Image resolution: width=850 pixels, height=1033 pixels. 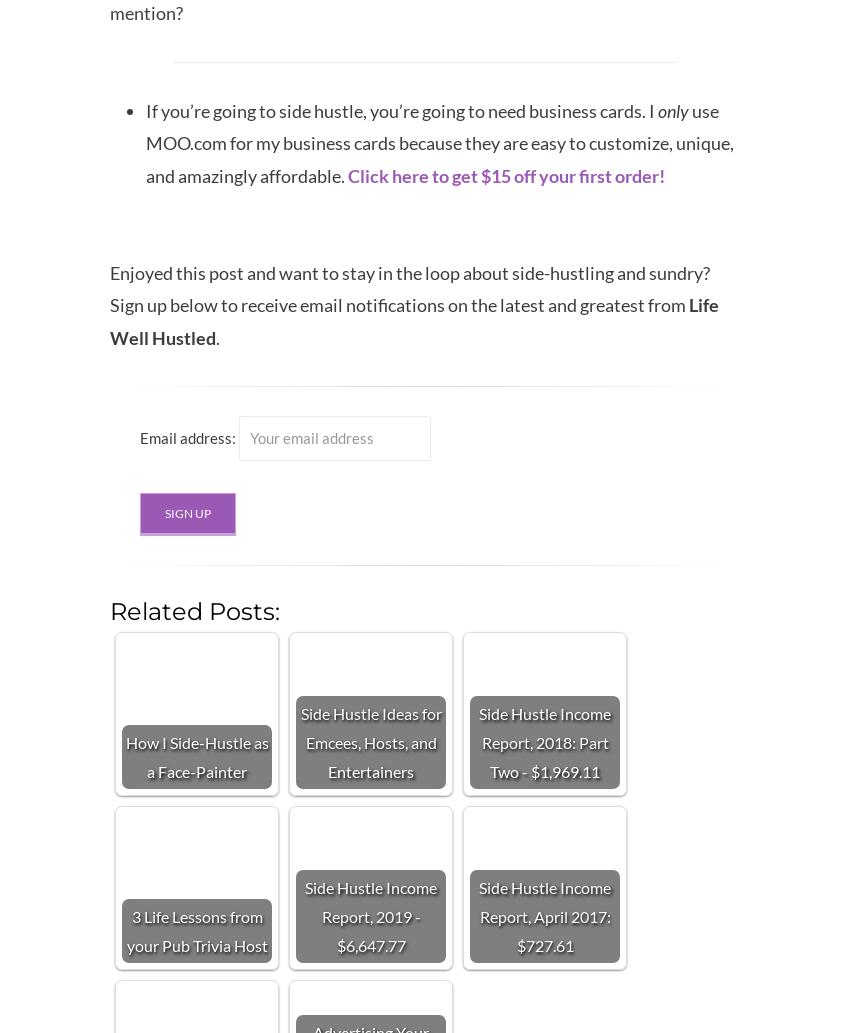 What do you see at coordinates (544, 914) in the screenshot?
I see `'Side Hustle Income Report, April 2017: $727.61'` at bounding box center [544, 914].